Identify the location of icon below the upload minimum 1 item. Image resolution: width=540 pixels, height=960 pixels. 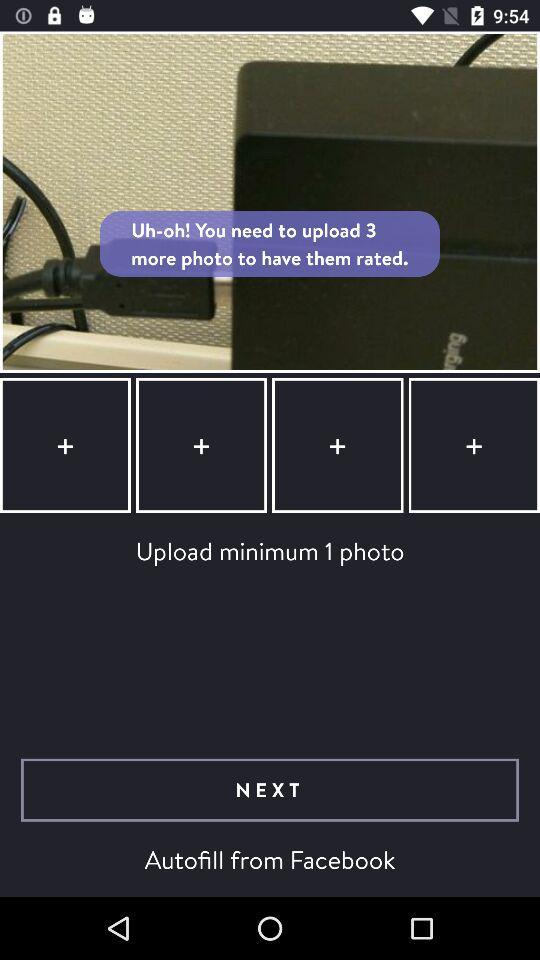
(270, 790).